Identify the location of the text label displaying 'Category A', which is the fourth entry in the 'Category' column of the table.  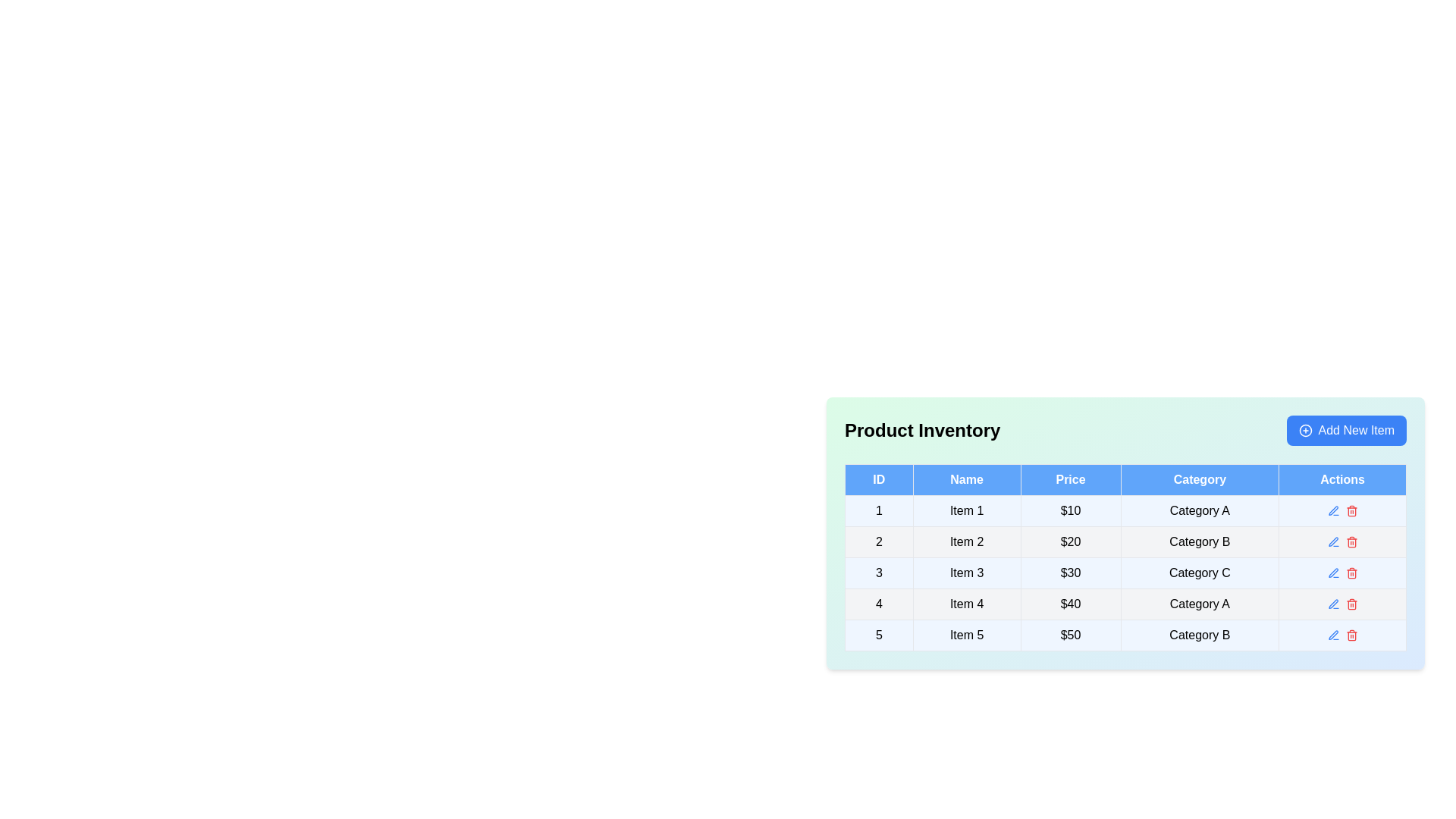
(1199, 604).